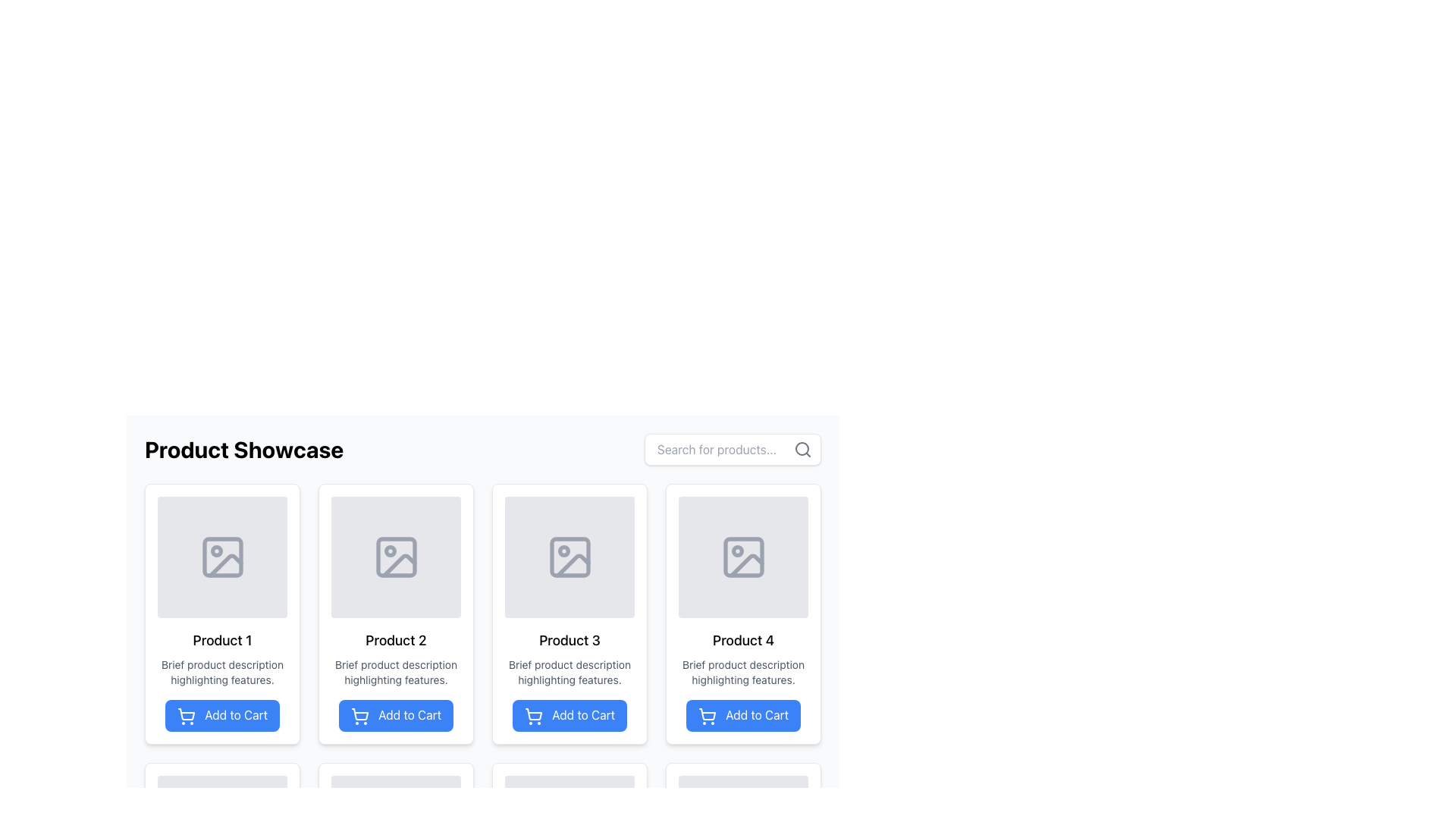 The height and width of the screenshot is (819, 1456). Describe the element at coordinates (743, 613) in the screenshot. I see `the blue 'Add to Cart' button located at the bottom of the Product Card in the first row and fourth column of the grid layout` at that location.